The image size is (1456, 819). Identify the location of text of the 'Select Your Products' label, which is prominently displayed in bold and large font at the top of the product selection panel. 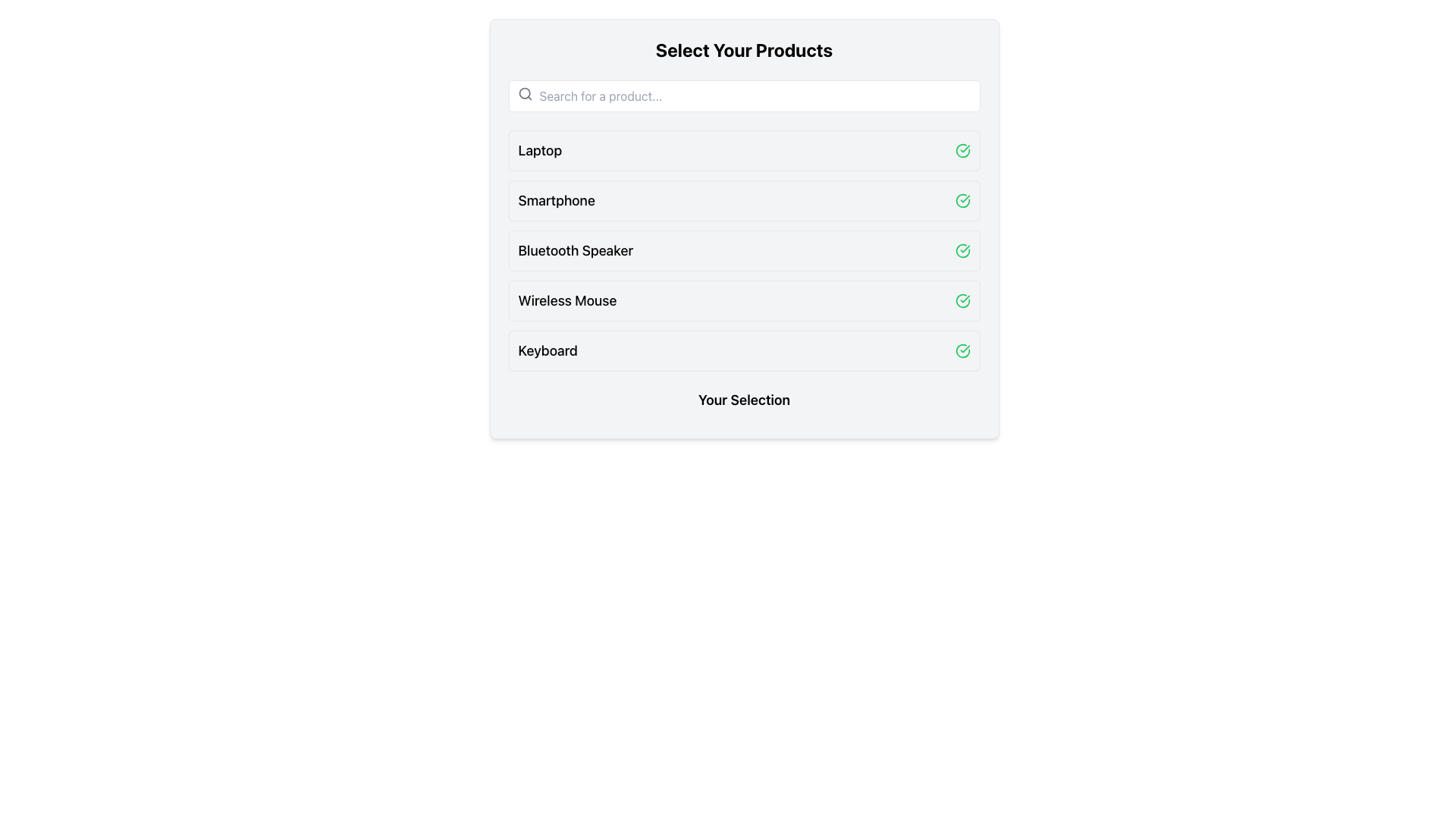
(744, 49).